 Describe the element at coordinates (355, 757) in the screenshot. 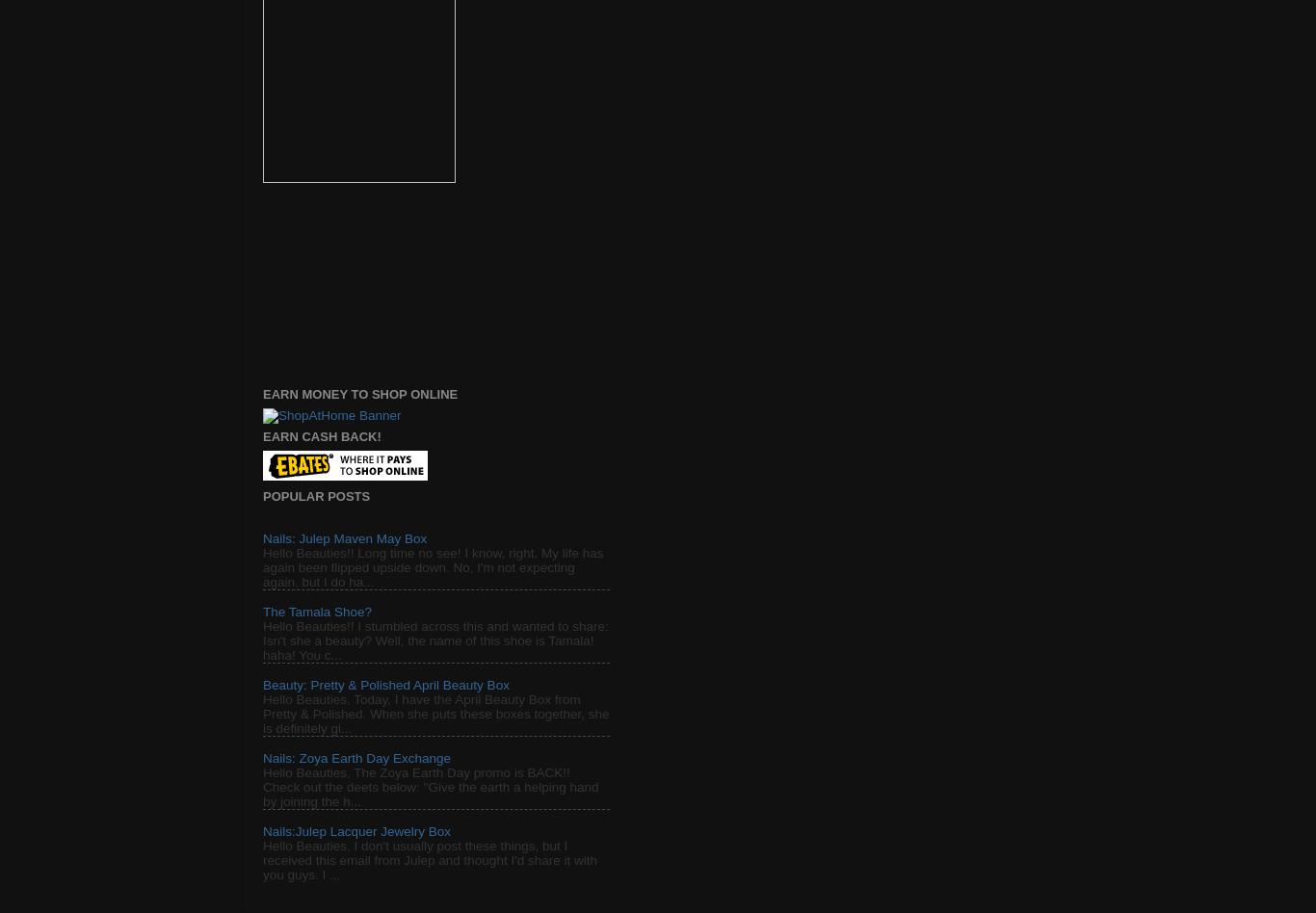

I see `'Nails: Zoya Earth Day Exchange'` at that location.